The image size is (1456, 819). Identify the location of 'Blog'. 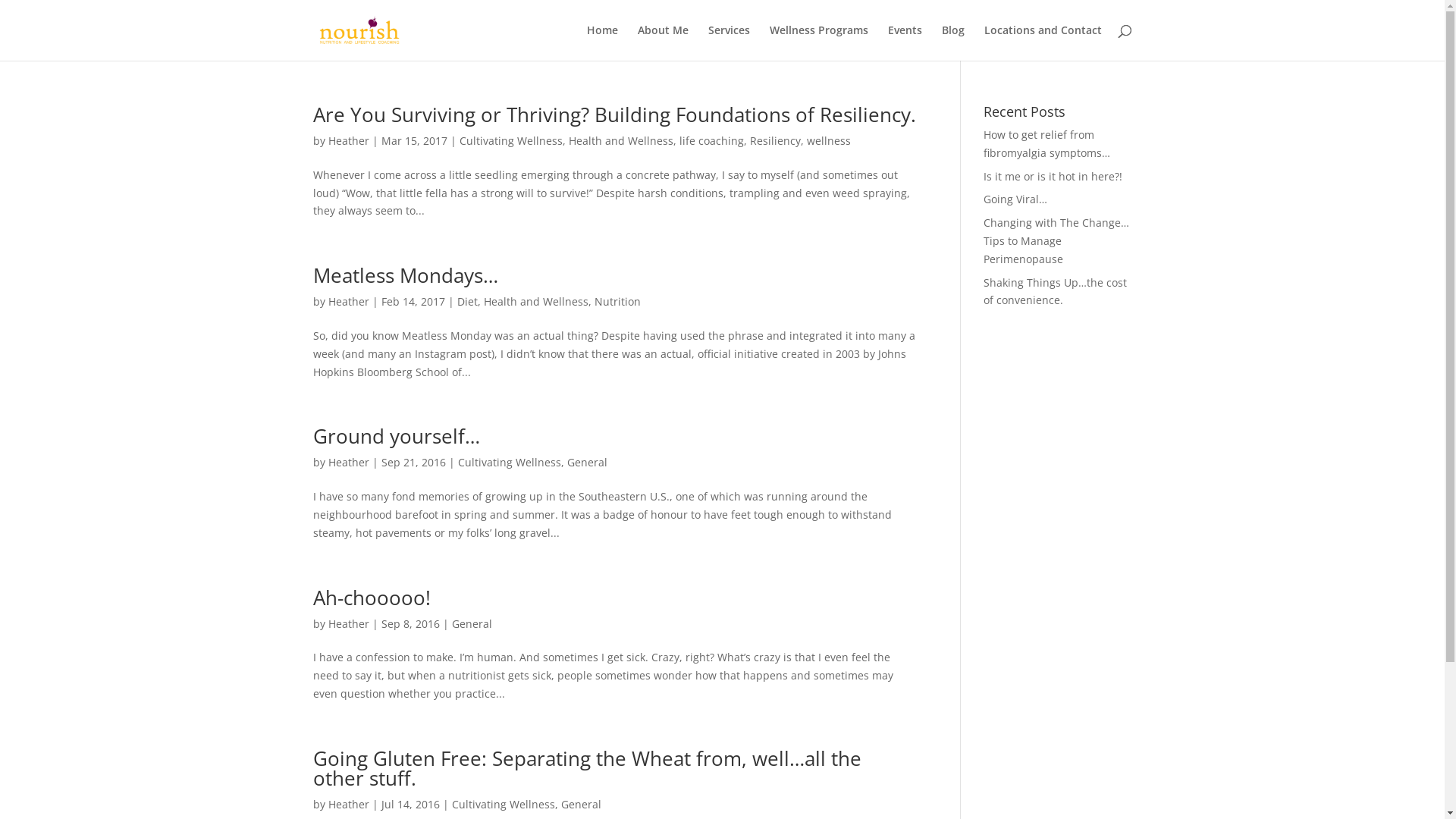
(952, 42).